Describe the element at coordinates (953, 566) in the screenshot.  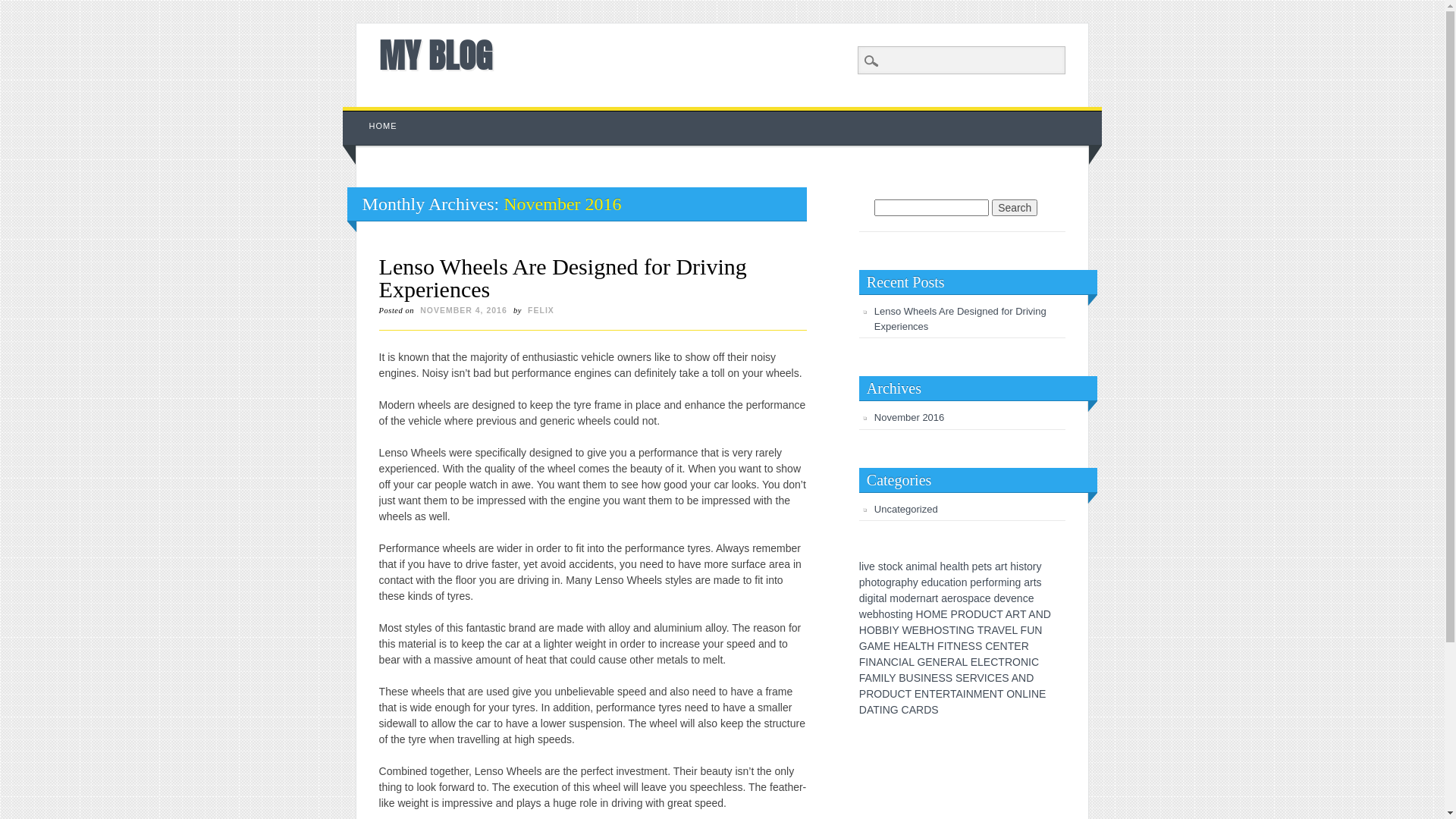
I see `'a'` at that location.